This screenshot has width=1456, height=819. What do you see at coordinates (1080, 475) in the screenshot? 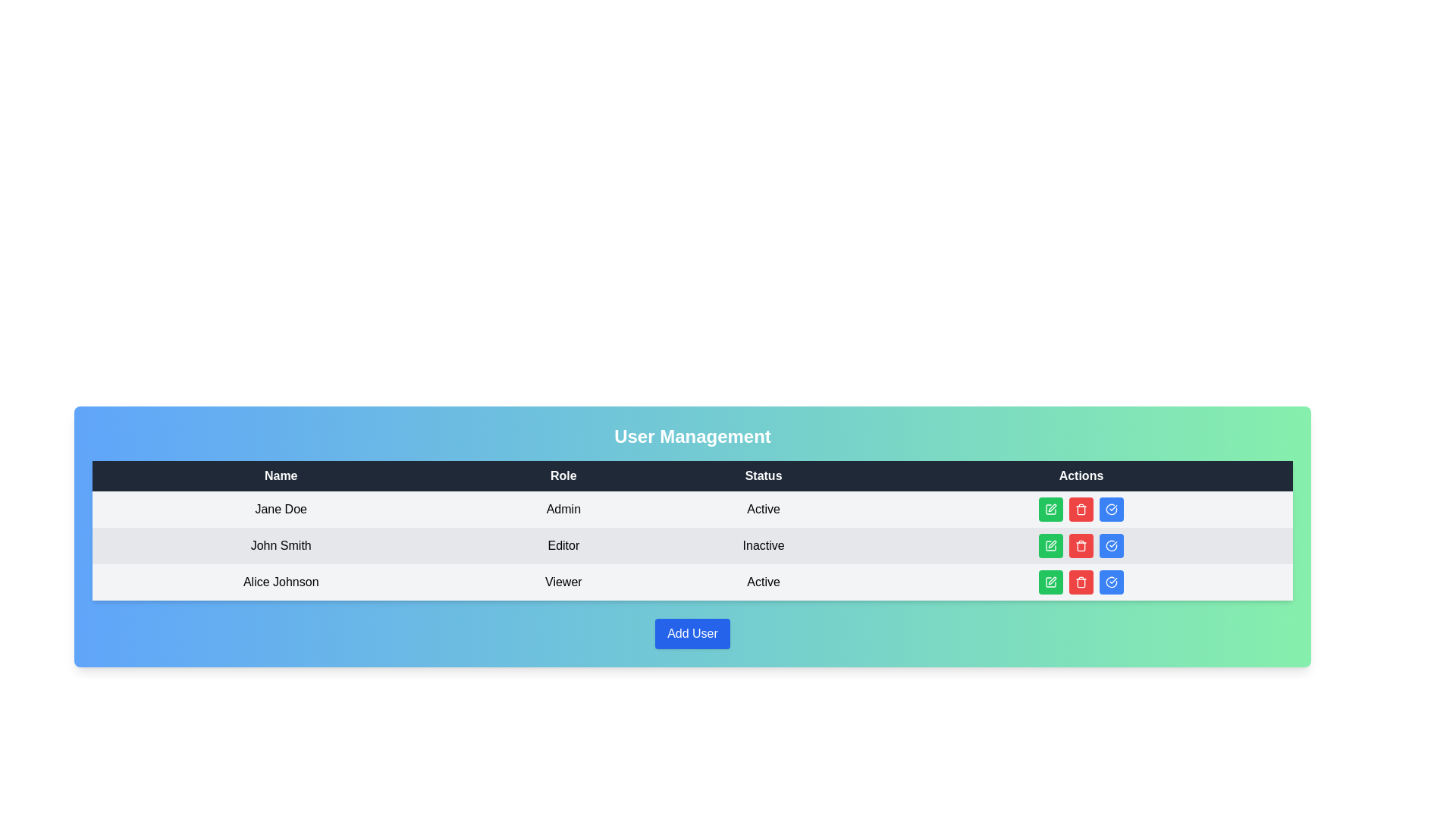
I see `the text label 'Actions' which is styled in white font and positioned in the rightmost part of the heading row, immediately to the right of 'Status'` at bounding box center [1080, 475].